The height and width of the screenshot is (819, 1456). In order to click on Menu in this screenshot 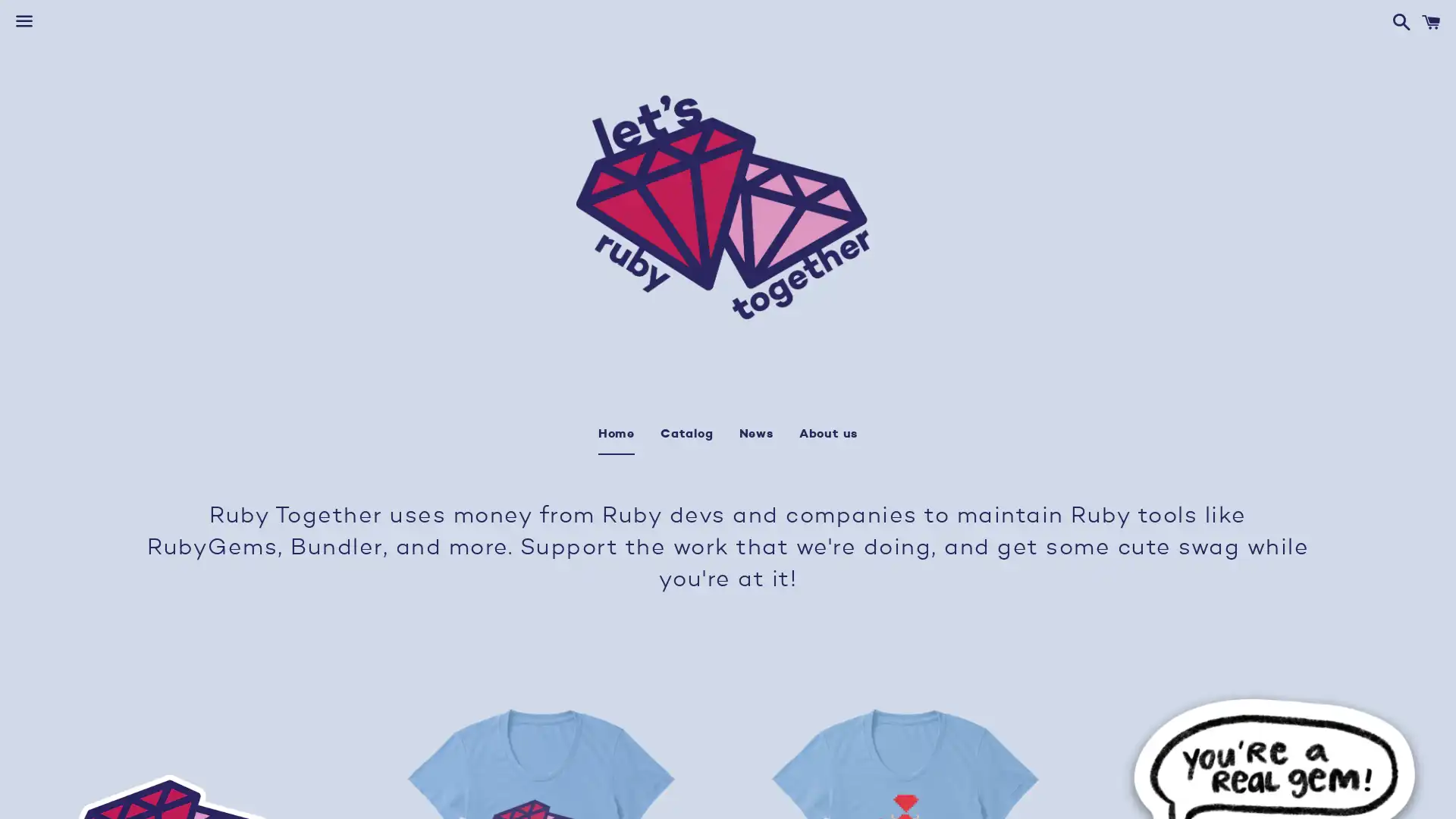, I will do `click(24, 24)`.